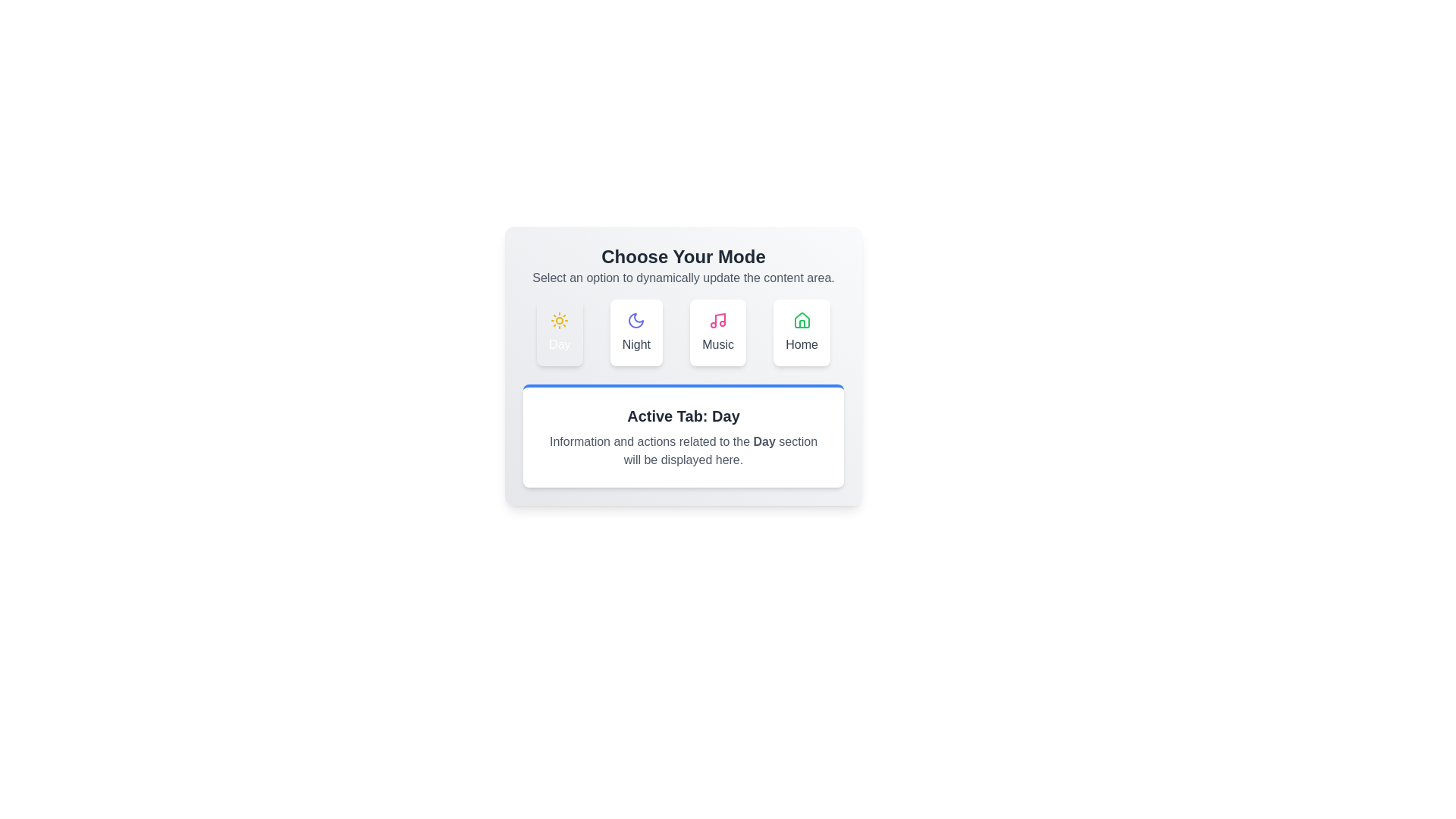 The height and width of the screenshot is (819, 1456). I want to click on the bold text 'Day' located under the heading 'Active Tab: Day' in the lower section of the modal, so click(764, 441).